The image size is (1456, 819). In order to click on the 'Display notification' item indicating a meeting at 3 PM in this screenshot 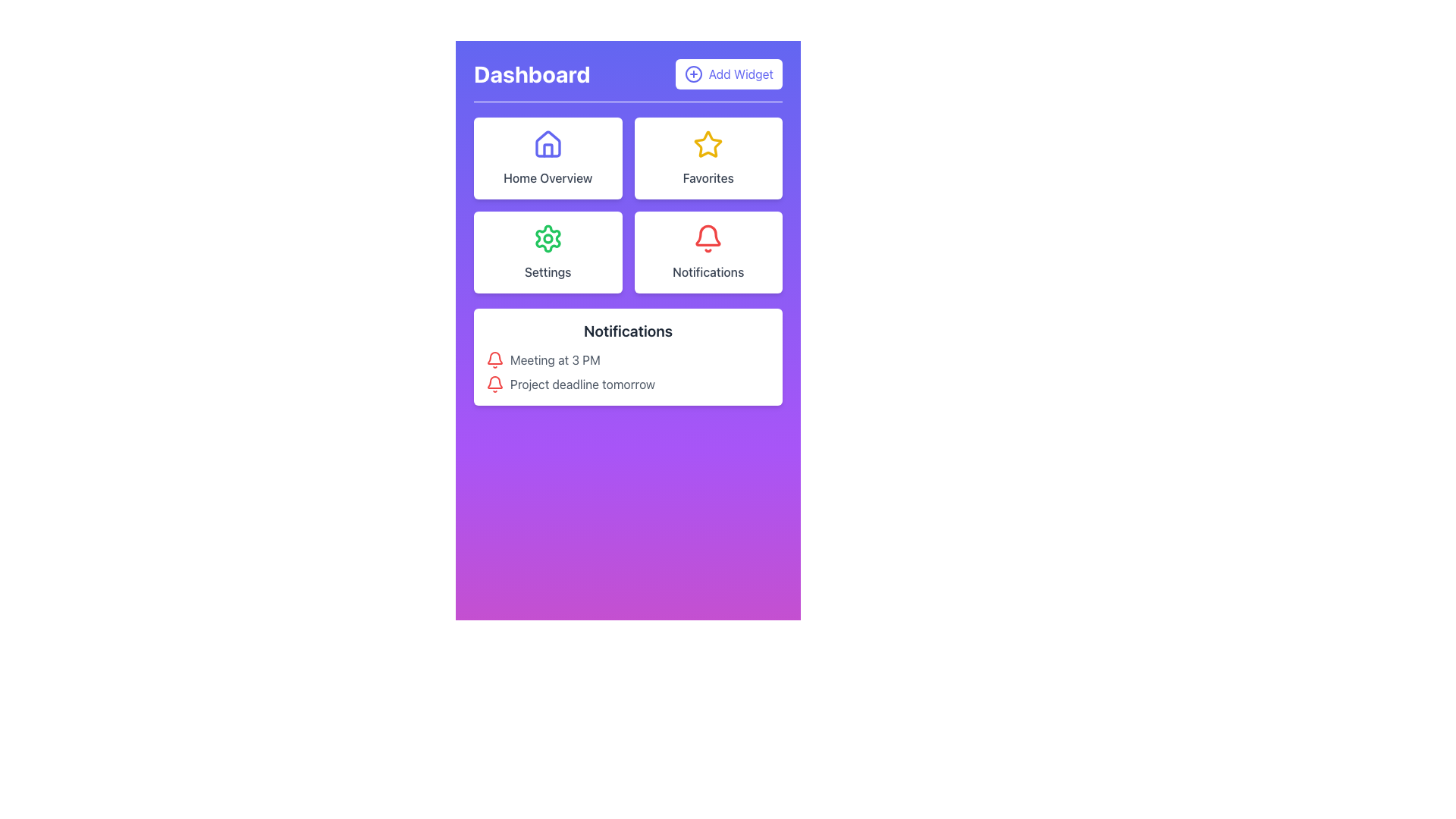, I will do `click(628, 359)`.